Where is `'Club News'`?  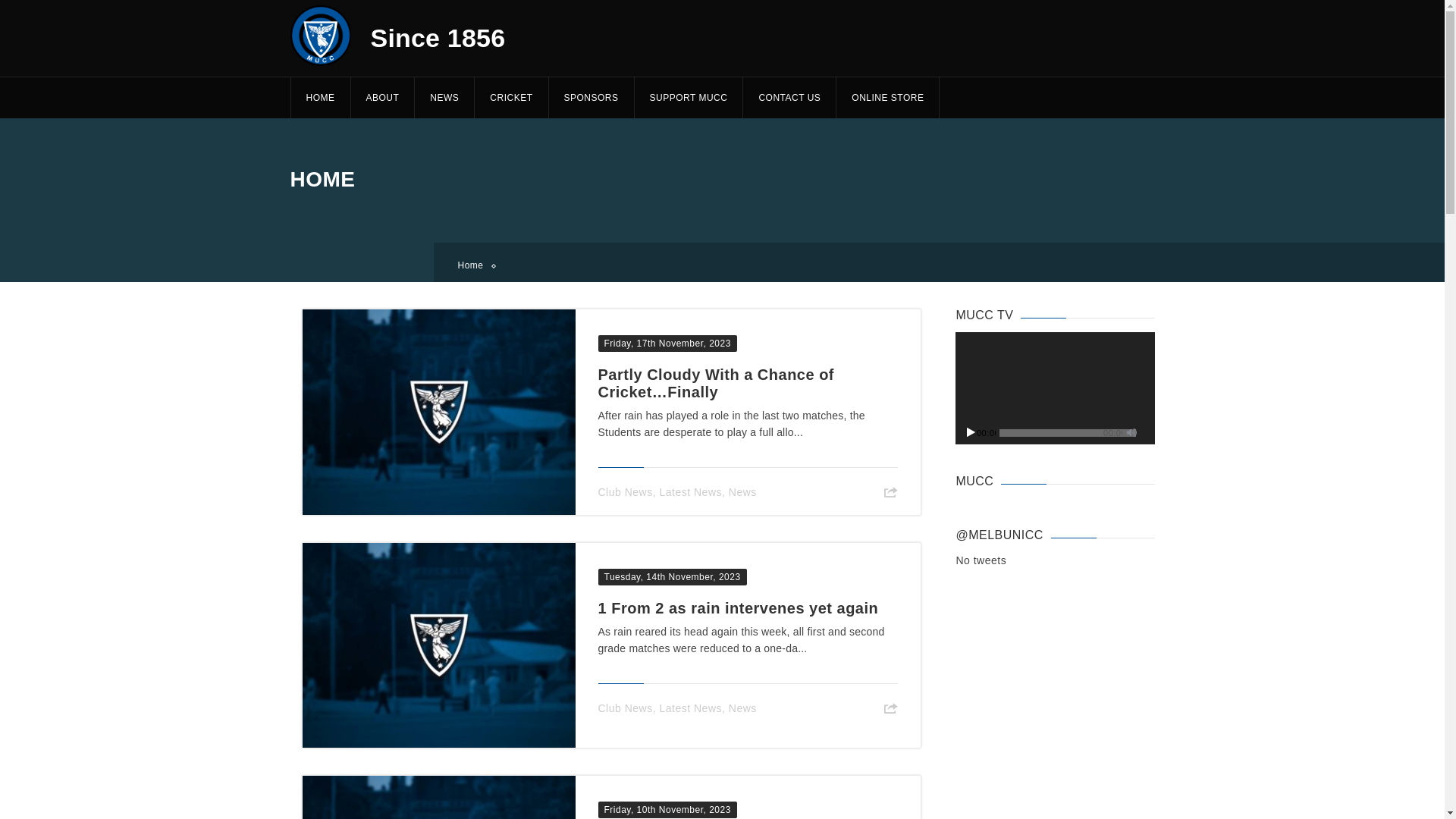 'Club News' is located at coordinates (625, 708).